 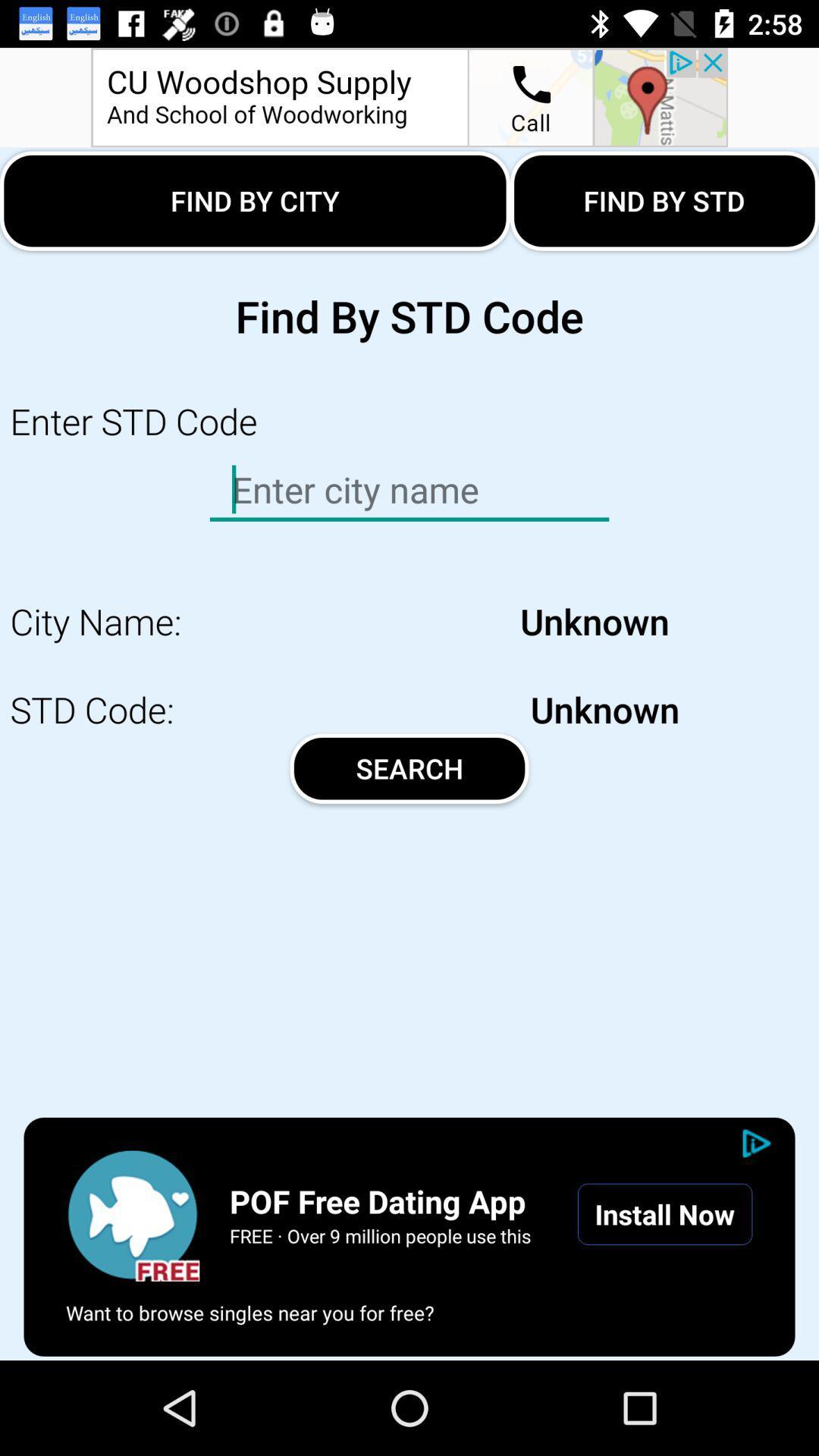 I want to click on location option, so click(x=409, y=96).